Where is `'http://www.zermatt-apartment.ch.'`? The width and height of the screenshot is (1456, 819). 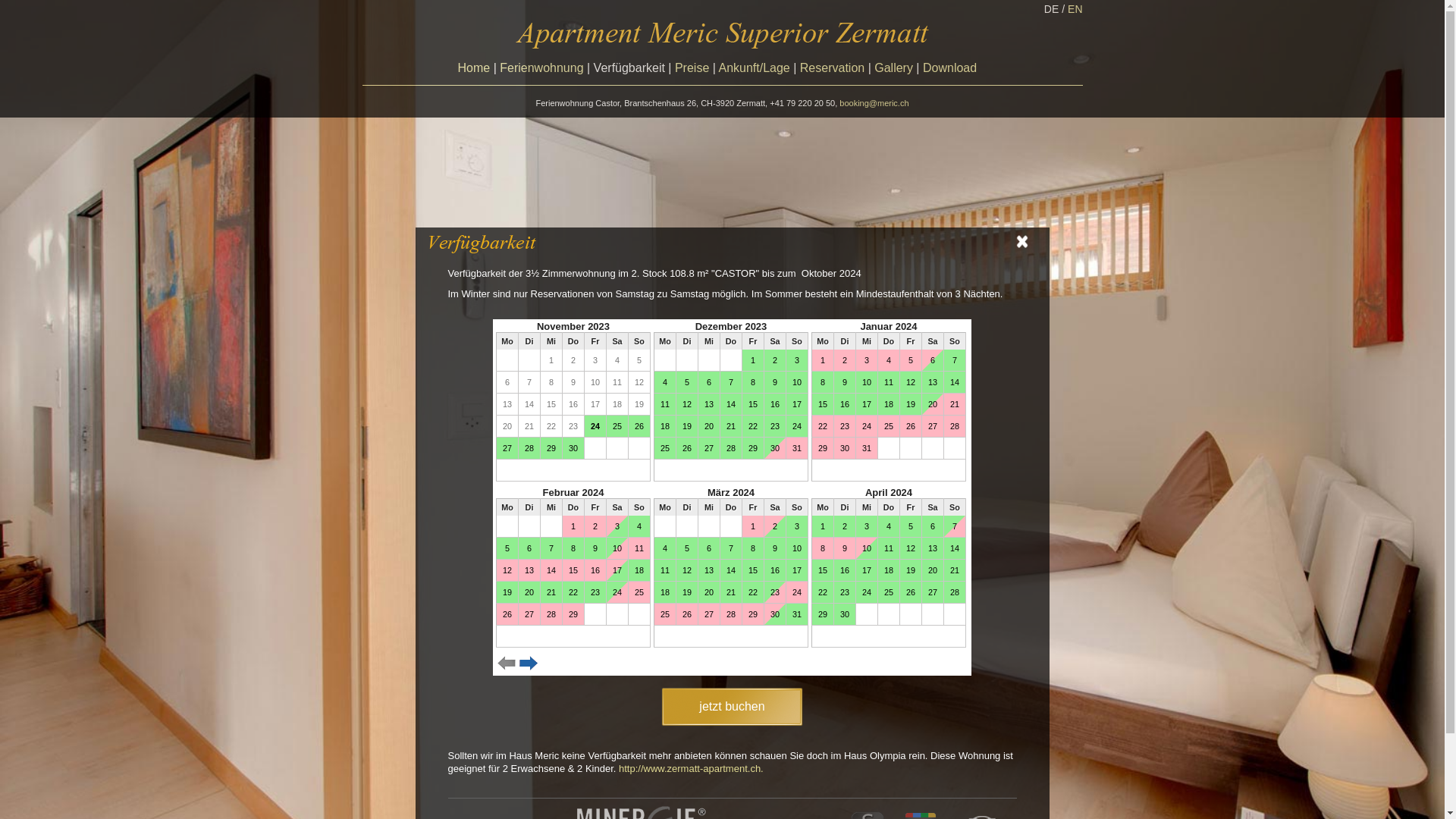
'http://www.zermatt-apartment.ch.' is located at coordinates (690, 768).